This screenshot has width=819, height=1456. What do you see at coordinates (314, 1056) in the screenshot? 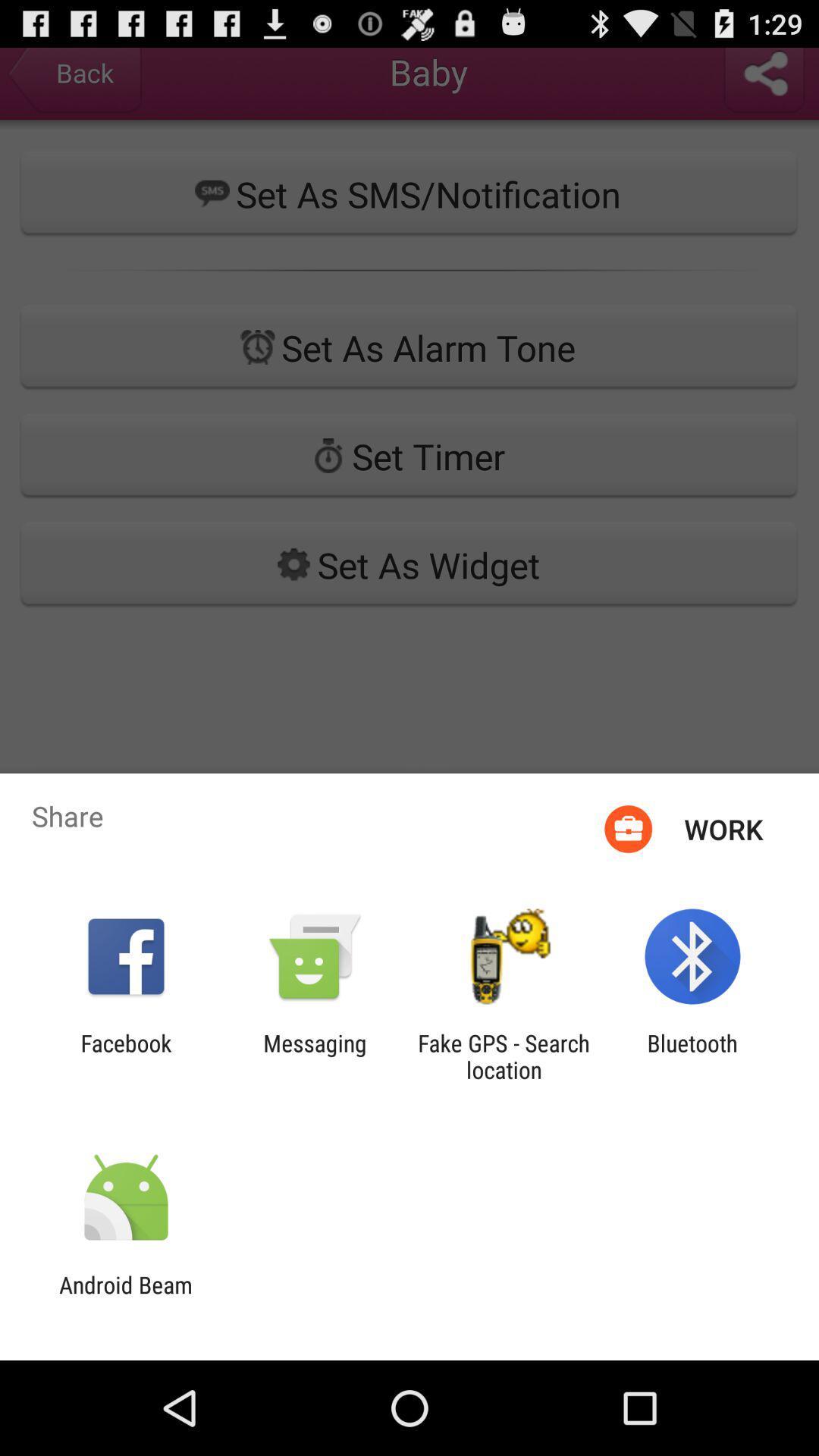
I see `messaging item` at bounding box center [314, 1056].